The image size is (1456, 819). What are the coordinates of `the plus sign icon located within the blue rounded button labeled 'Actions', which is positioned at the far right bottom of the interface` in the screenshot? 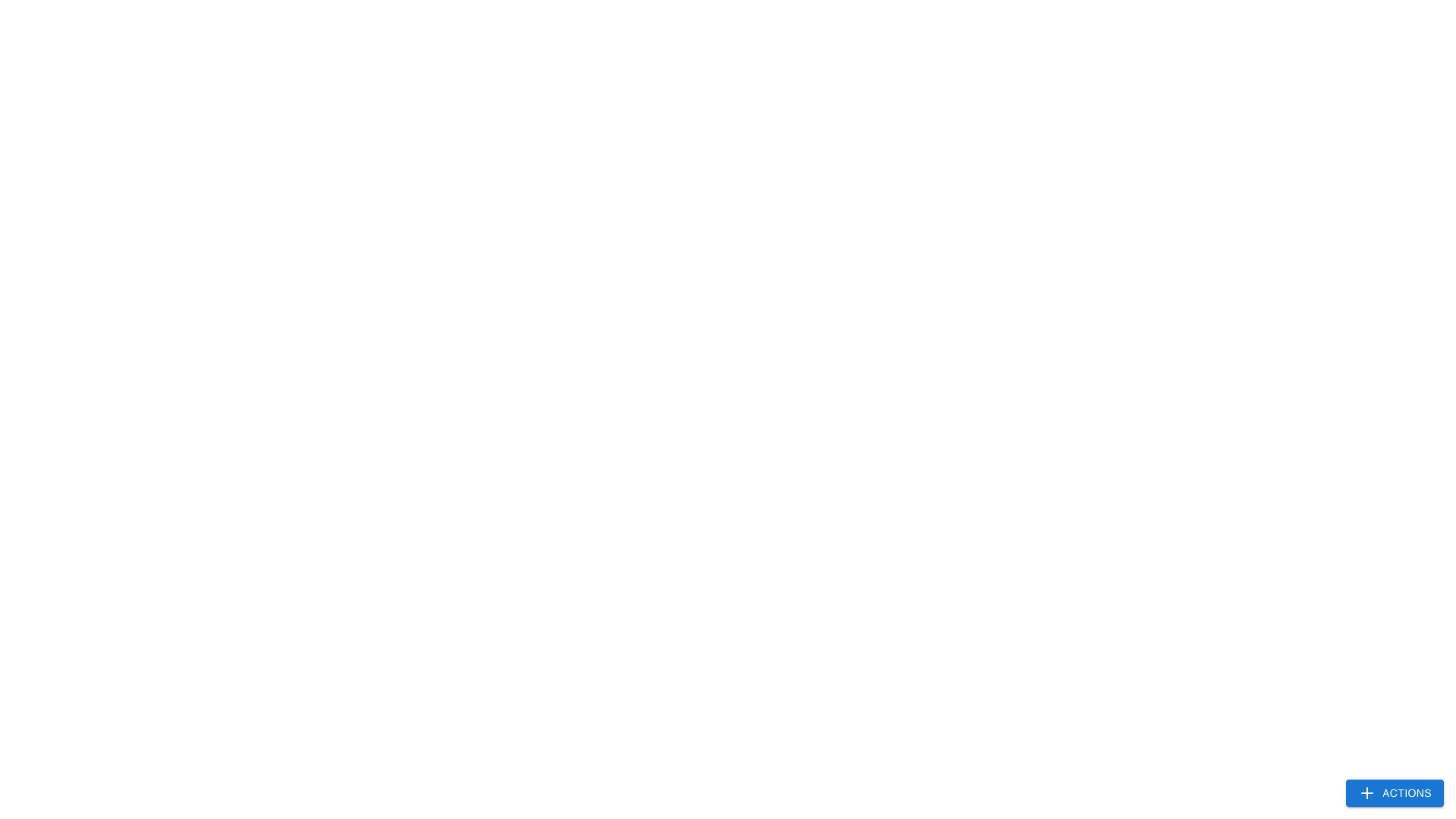 It's located at (1367, 792).